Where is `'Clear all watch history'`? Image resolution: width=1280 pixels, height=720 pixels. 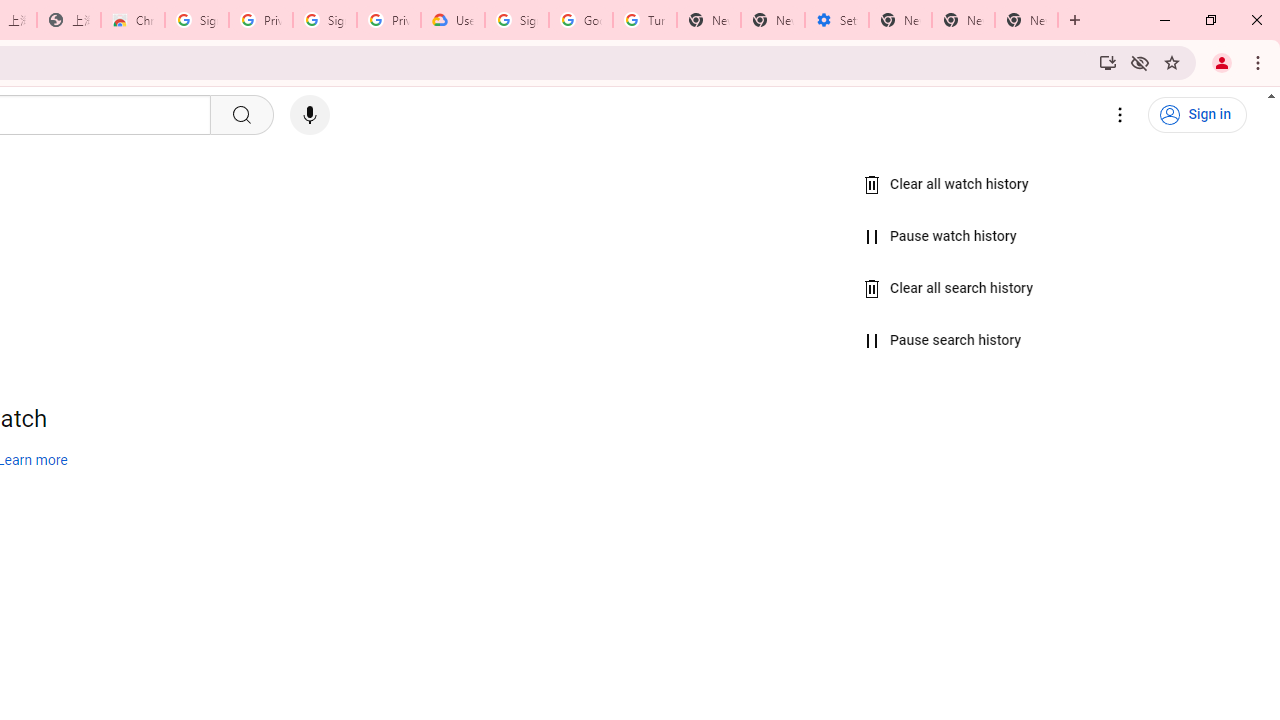 'Clear all watch history' is located at coordinates (946, 185).